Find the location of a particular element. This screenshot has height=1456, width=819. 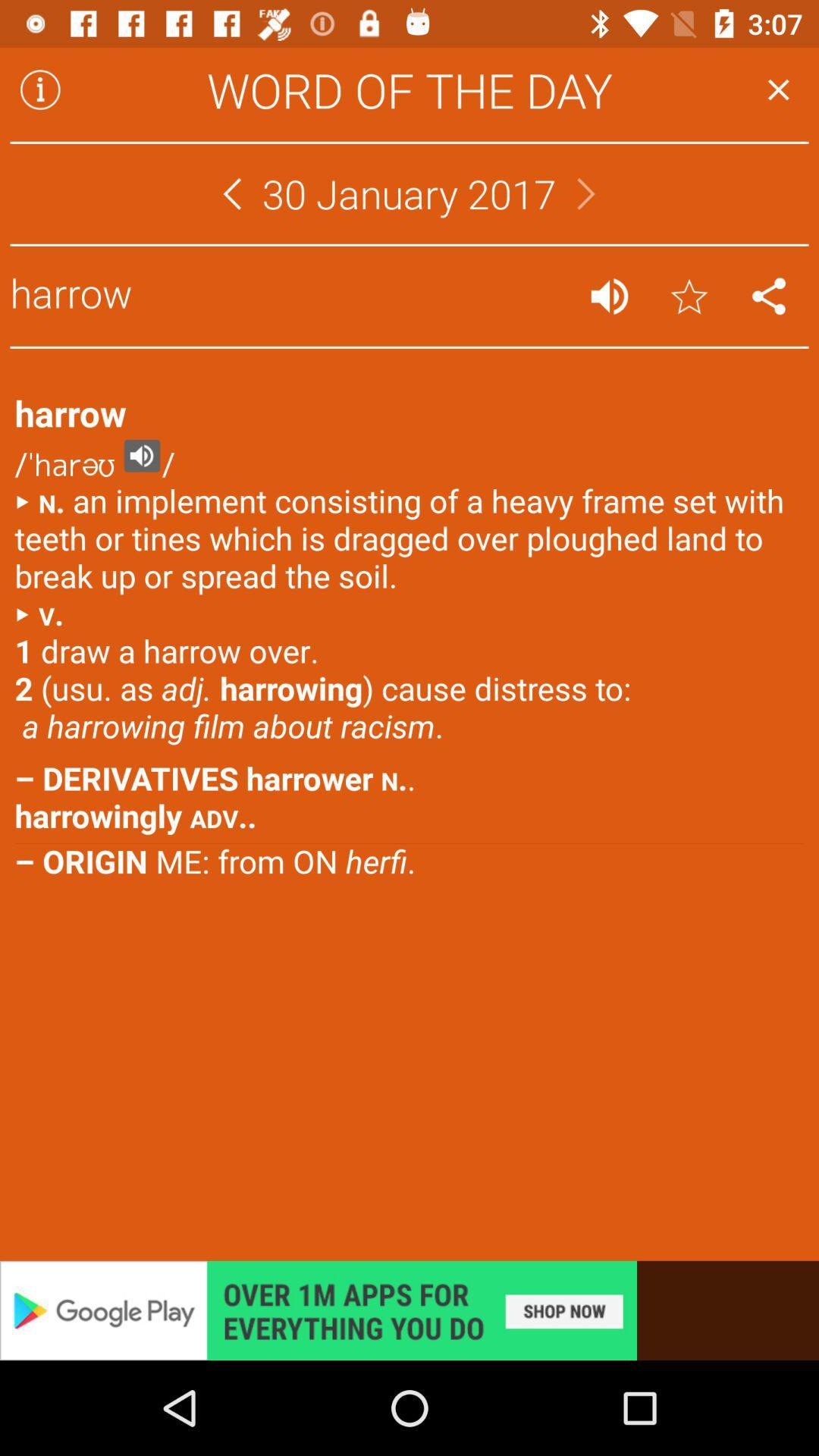

google play is located at coordinates (409, 1310).